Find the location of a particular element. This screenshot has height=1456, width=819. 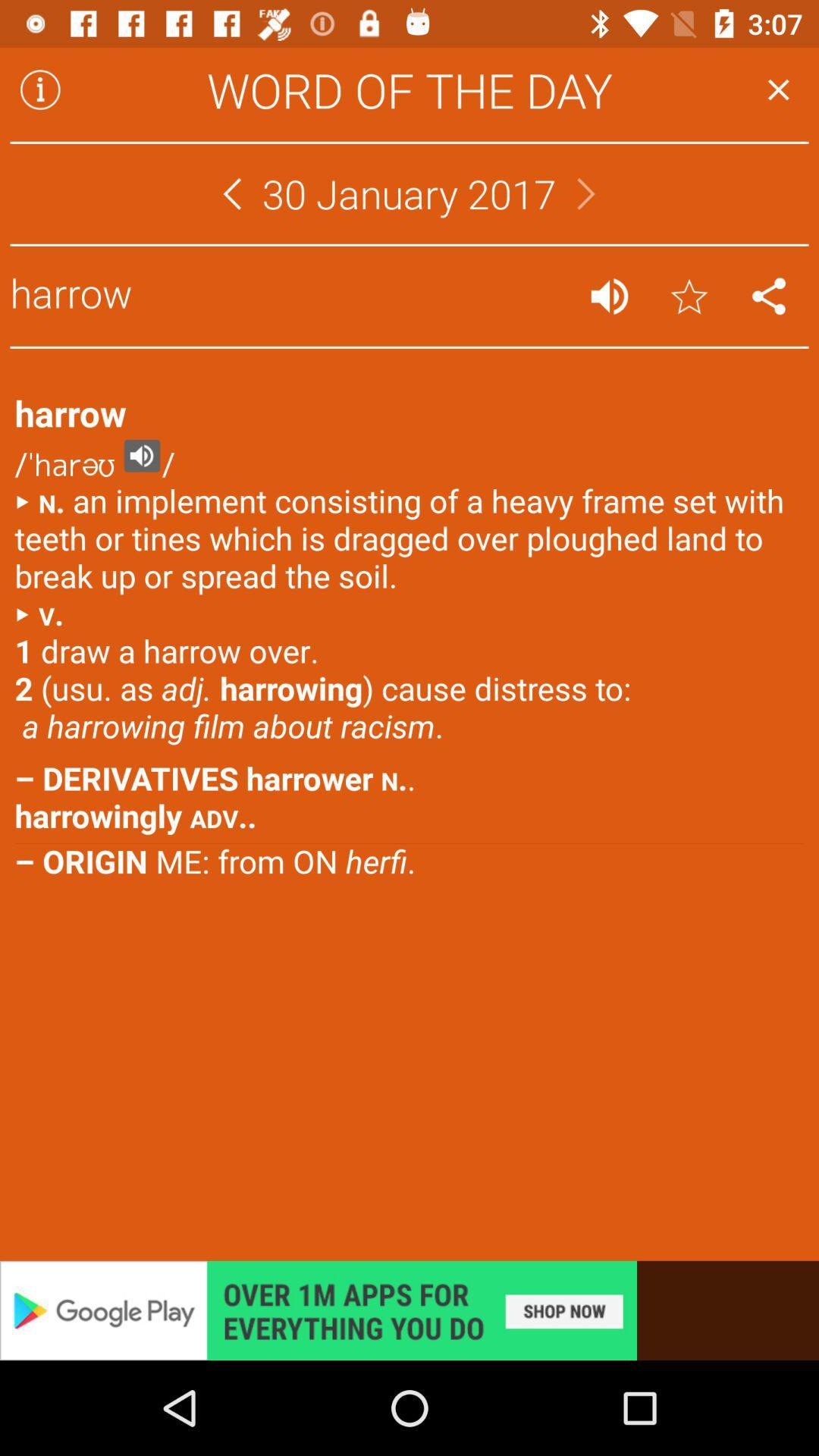

google play is located at coordinates (409, 1310).